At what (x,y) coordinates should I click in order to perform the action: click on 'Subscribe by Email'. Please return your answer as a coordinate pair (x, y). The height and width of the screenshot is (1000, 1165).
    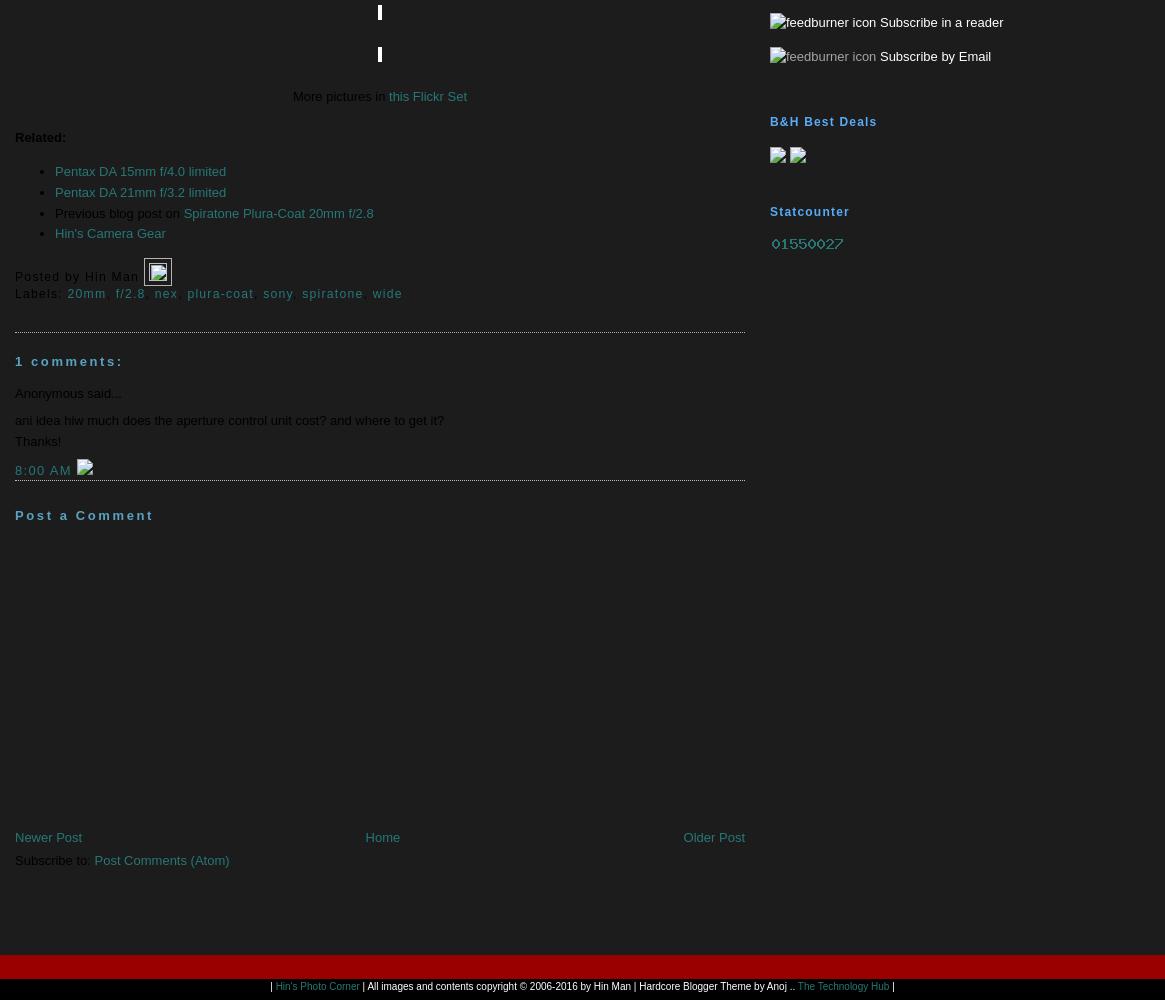
    Looking at the image, I should click on (934, 56).